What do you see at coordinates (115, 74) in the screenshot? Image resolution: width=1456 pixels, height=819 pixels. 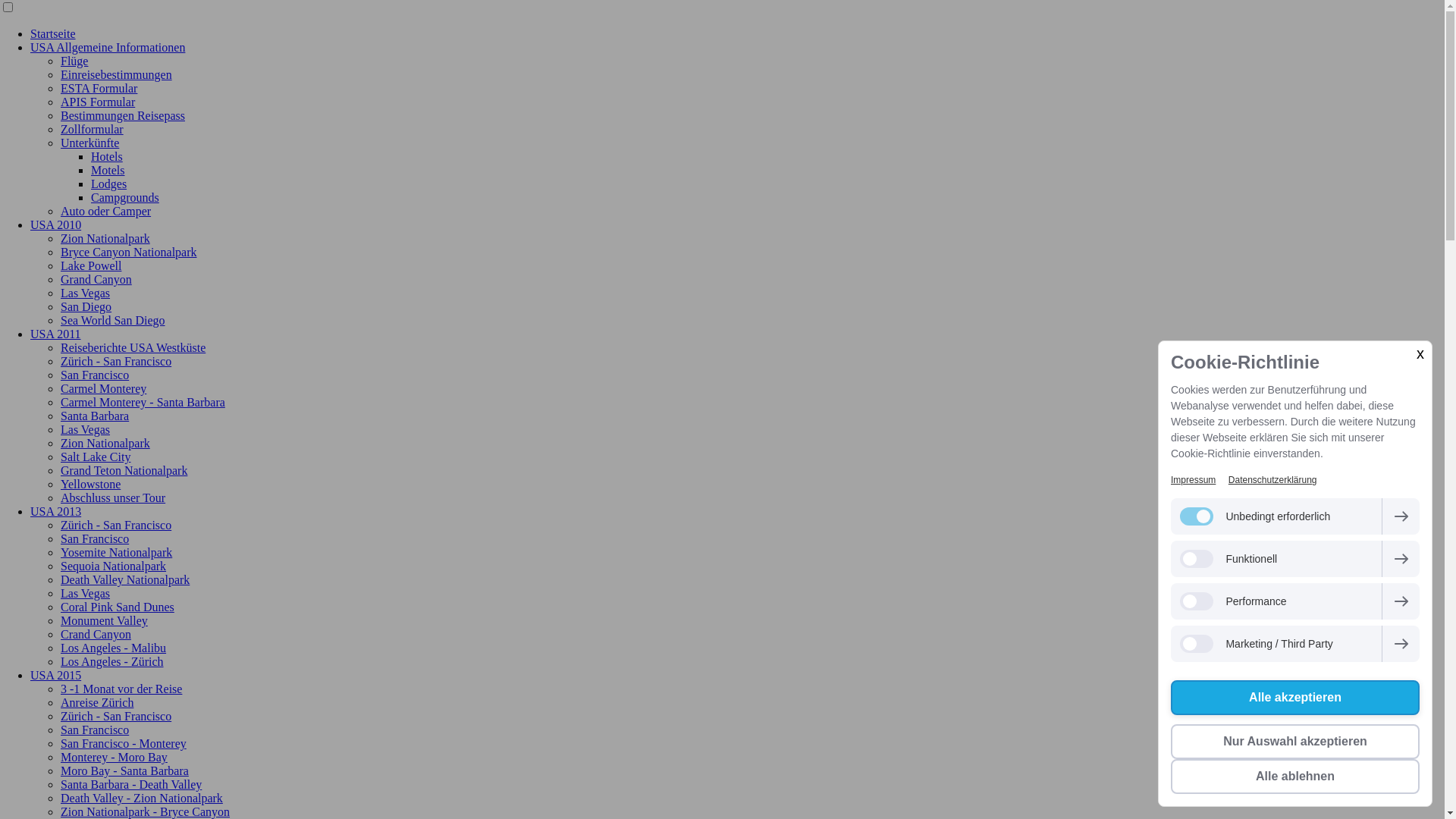 I see `'Einreisebestimmungen'` at bounding box center [115, 74].